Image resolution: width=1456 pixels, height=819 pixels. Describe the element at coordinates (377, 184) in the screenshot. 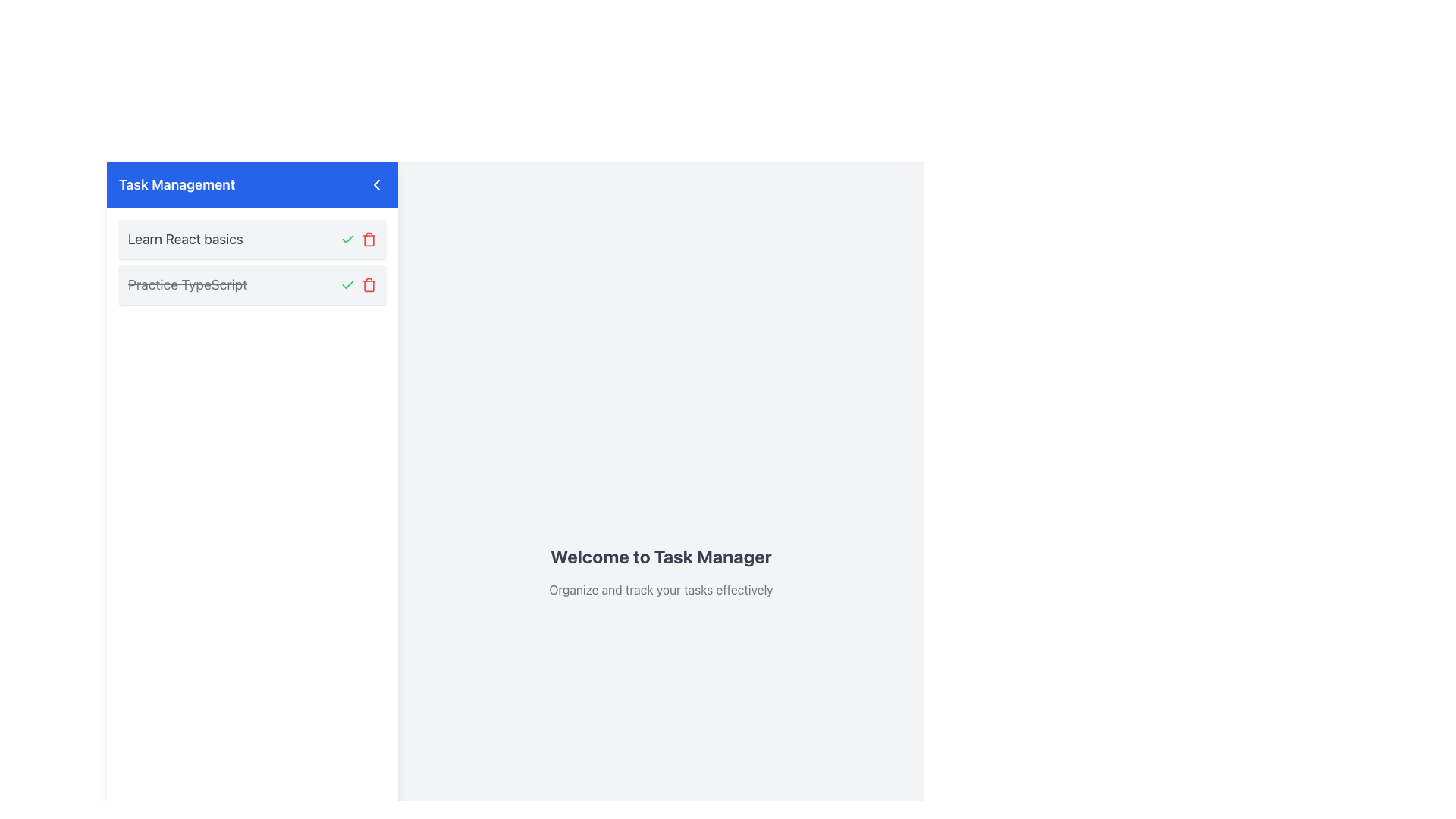

I see `the chevron-left icon located in the navigation panel at the top left of the interface, next to the 'Task Management' label` at that location.